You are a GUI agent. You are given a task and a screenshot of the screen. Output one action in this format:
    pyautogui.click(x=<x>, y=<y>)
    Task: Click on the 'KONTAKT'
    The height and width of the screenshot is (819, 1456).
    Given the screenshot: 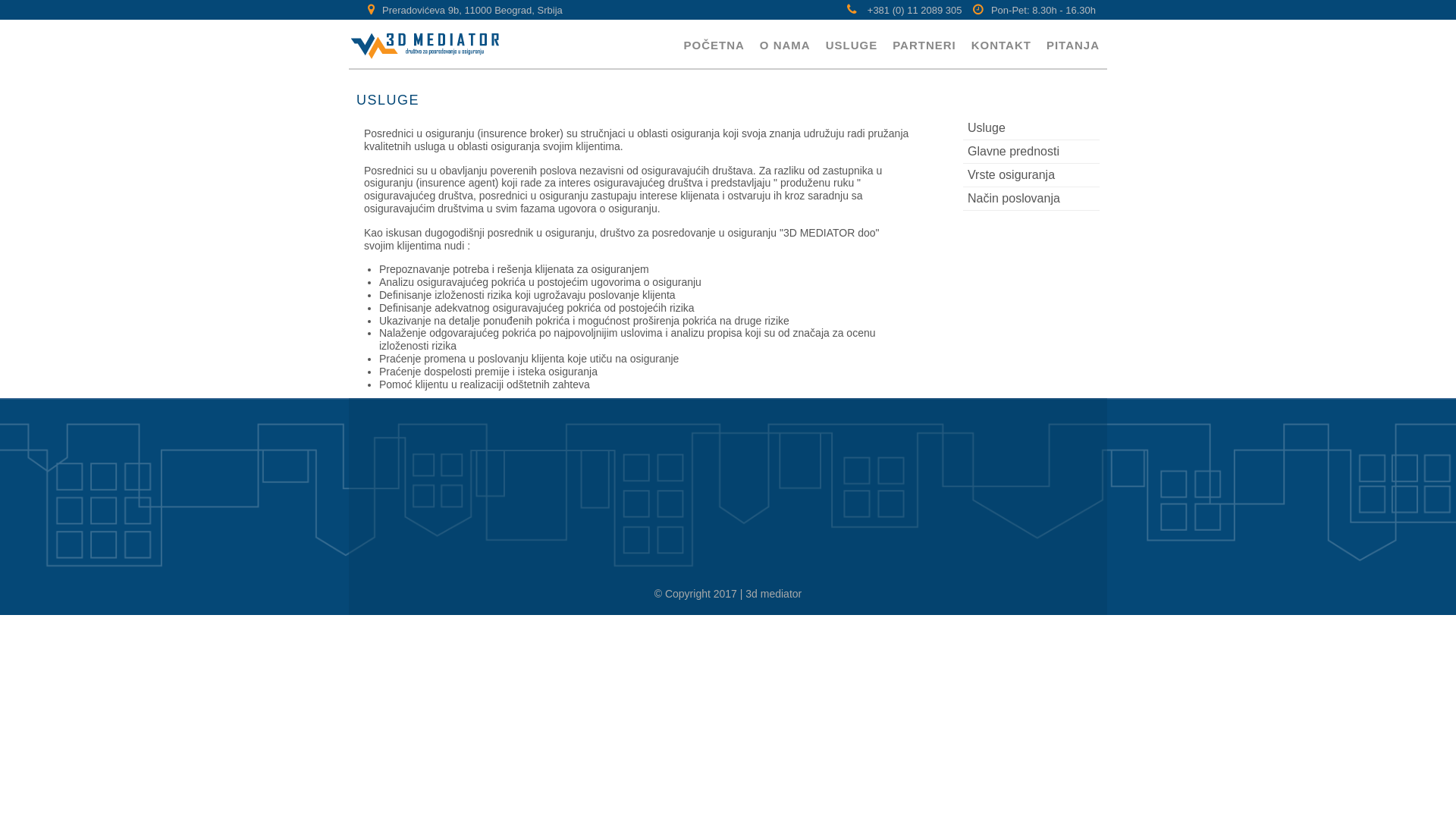 What is the action you would take?
    pyautogui.click(x=1001, y=43)
    